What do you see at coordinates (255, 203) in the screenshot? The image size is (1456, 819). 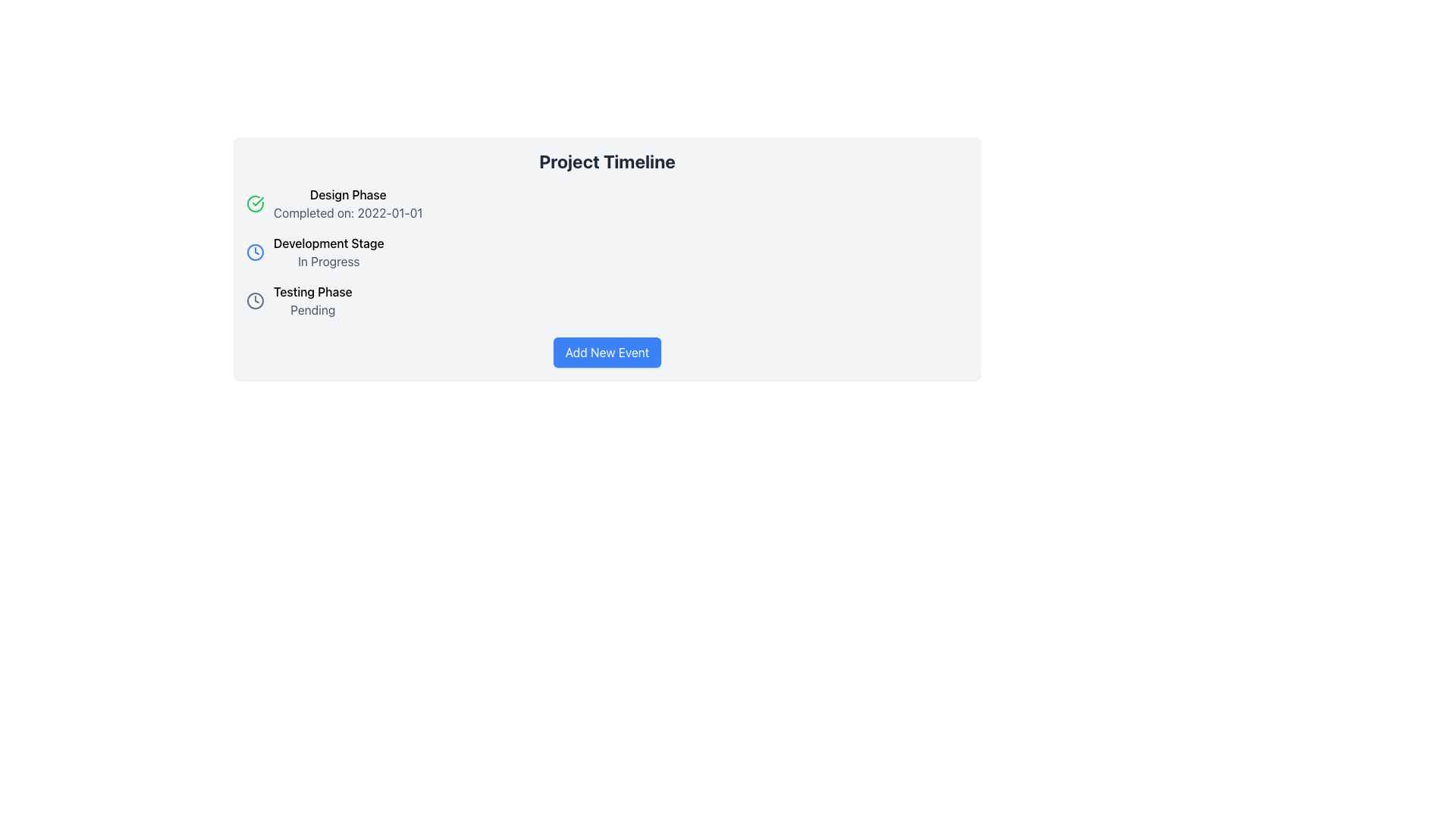 I see `the green outlined circle icon with a check mark inside it, located to the left of the 'Design Phase' title, to acknowledge the completion` at bounding box center [255, 203].